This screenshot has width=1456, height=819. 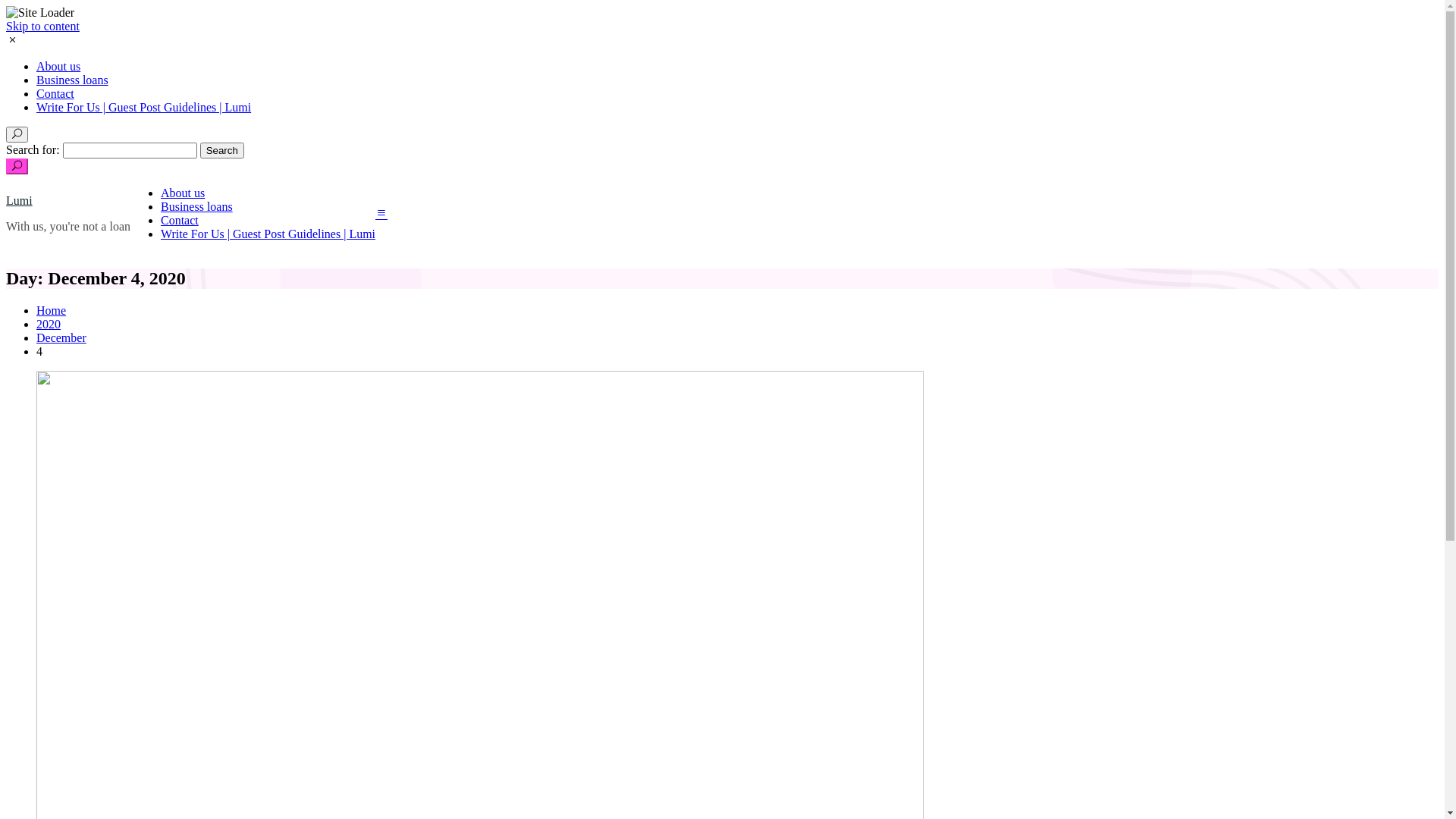 What do you see at coordinates (58, 65) in the screenshot?
I see `'About us'` at bounding box center [58, 65].